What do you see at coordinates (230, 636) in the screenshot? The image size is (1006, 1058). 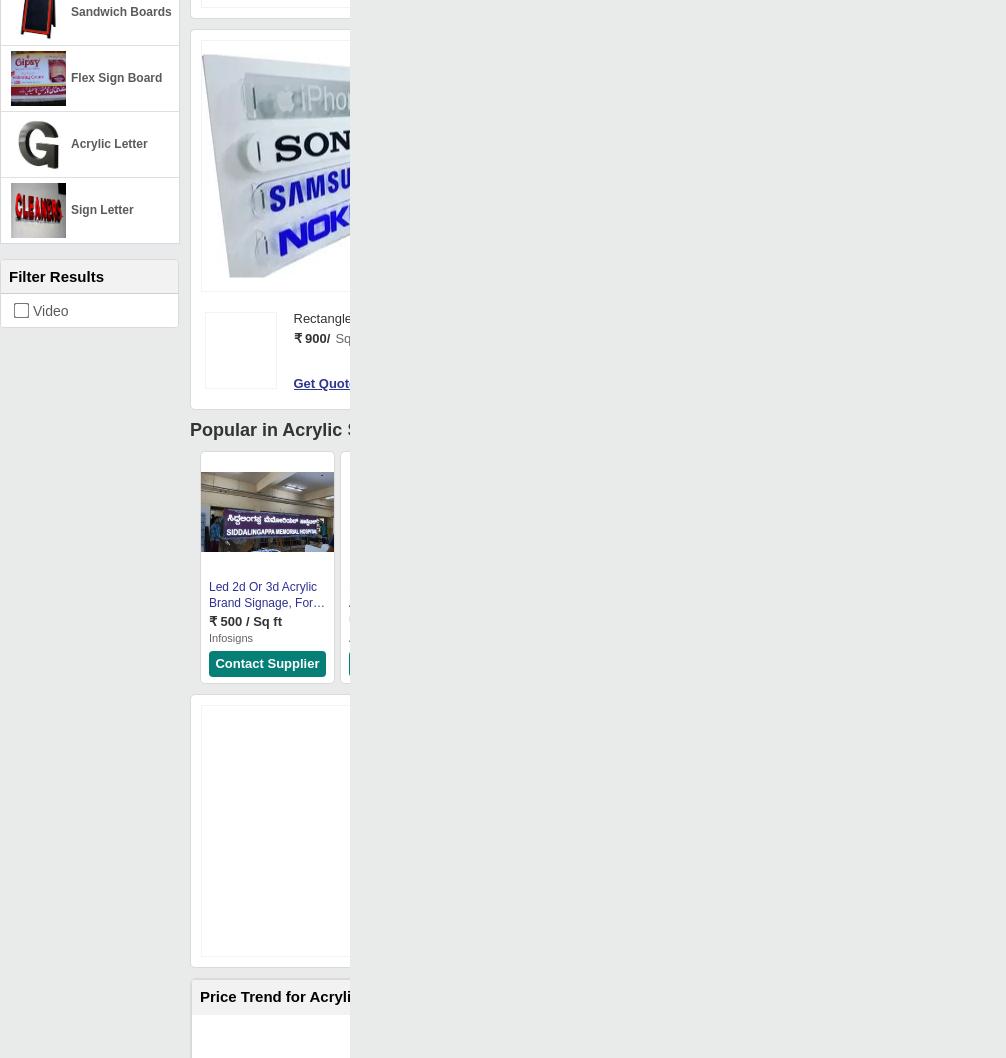 I see `'Infosigns'` at bounding box center [230, 636].